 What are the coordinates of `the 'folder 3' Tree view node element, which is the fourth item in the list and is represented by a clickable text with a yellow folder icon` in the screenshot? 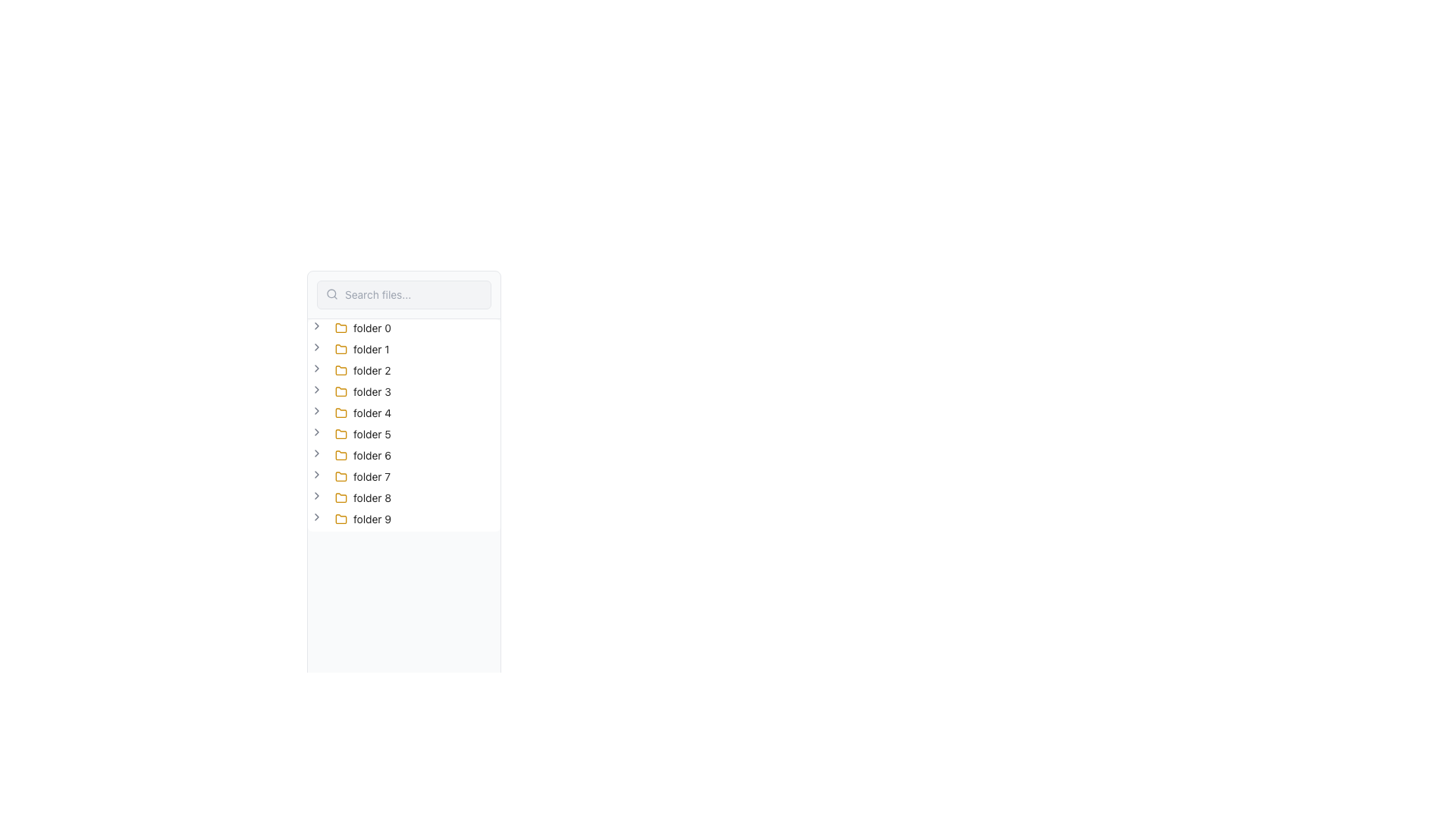 It's located at (362, 391).